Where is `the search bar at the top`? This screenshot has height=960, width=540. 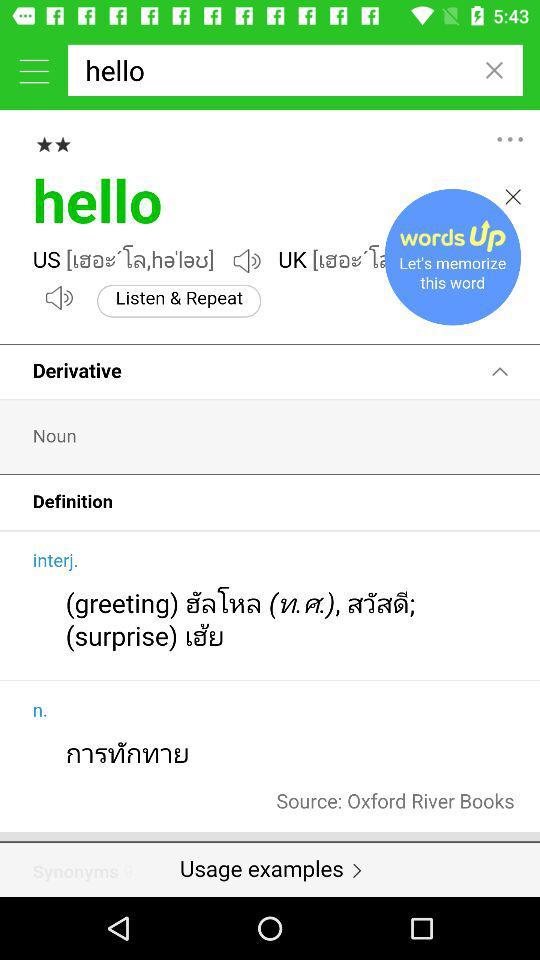 the search bar at the top is located at coordinates (294, 70).